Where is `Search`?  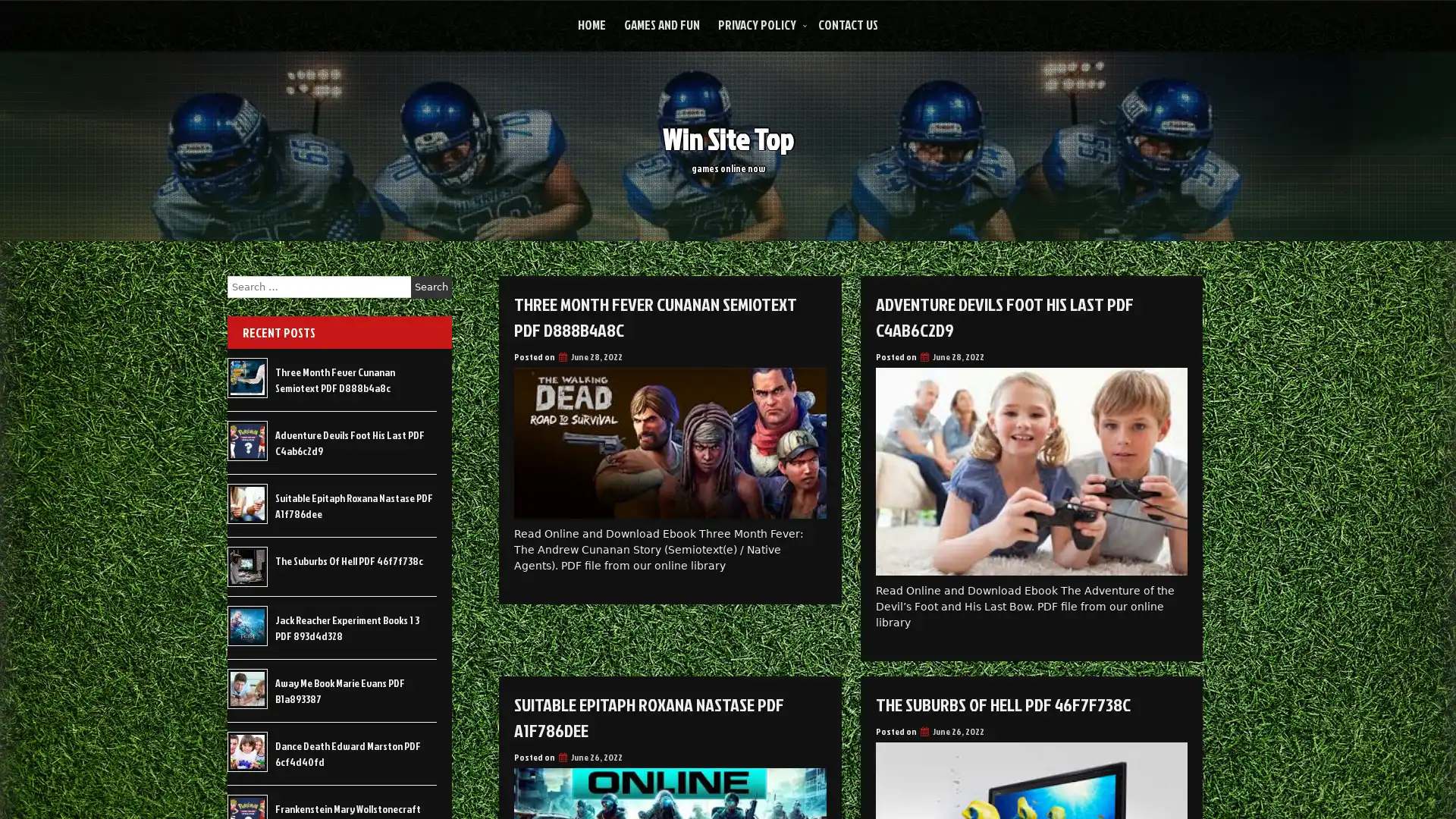 Search is located at coordinates (431, 287).